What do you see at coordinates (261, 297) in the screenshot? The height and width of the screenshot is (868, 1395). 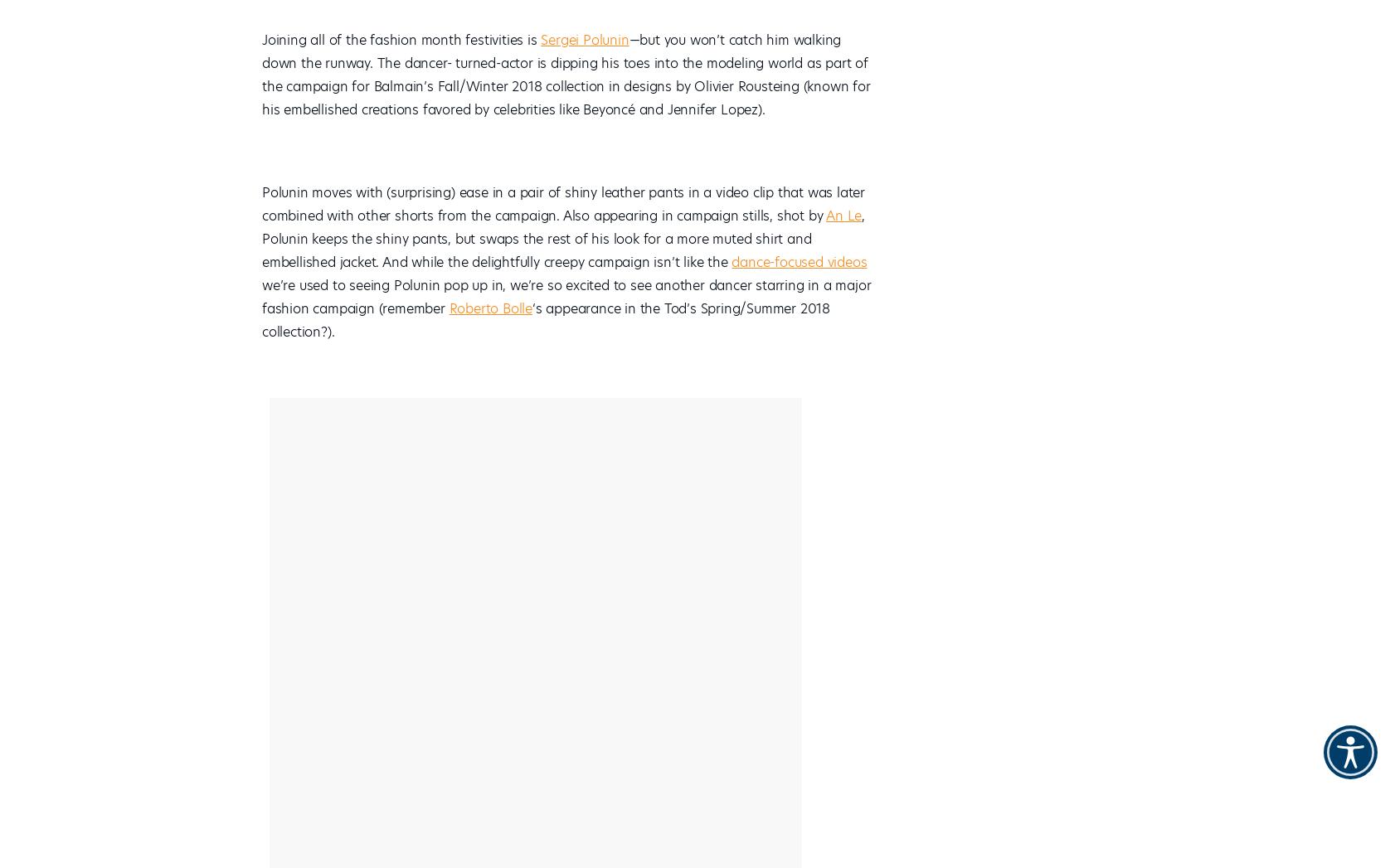 I see `'we’re used to seeing Polunin pop up in, we’re so excited to see another dancer starring in a major fashion campaign (remember'` at bounding box center [261, 297].